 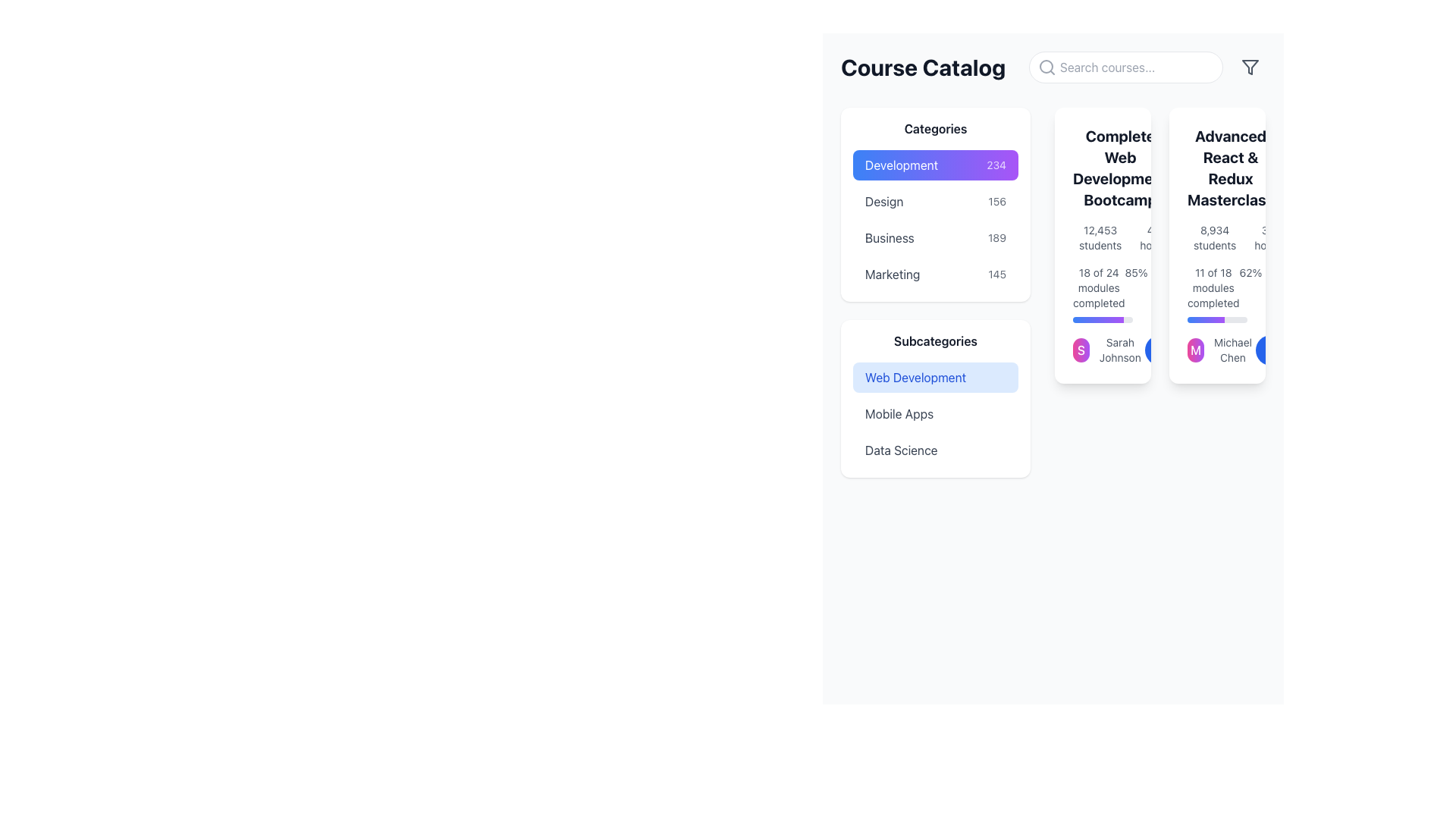 What do you see at coordinates (1250, 66) in the screenshot?
I see `the triangular filter icon located at the top-right corner of the interface, adjacent to the search bar` at bounding box center [1250, 66].